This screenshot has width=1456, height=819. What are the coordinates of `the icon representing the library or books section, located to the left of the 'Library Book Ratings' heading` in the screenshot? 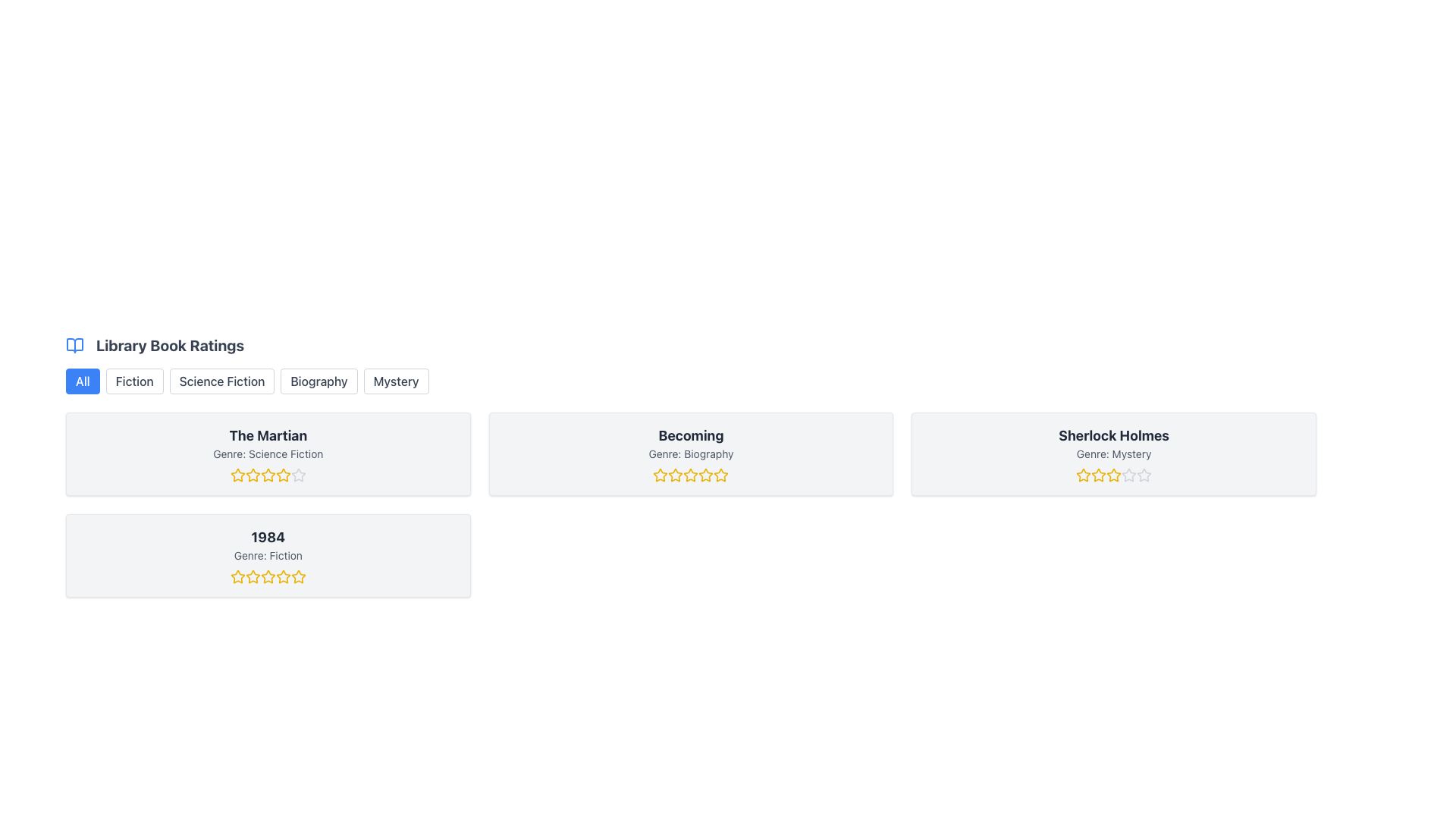 It's located at (74, 345).